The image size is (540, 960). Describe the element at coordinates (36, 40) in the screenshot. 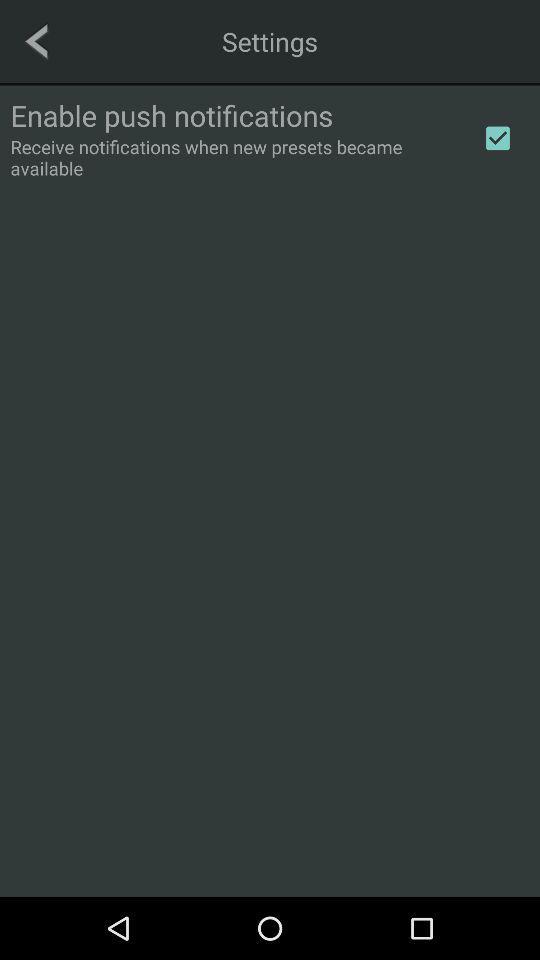

I see `icon at the top left corner` at that location.